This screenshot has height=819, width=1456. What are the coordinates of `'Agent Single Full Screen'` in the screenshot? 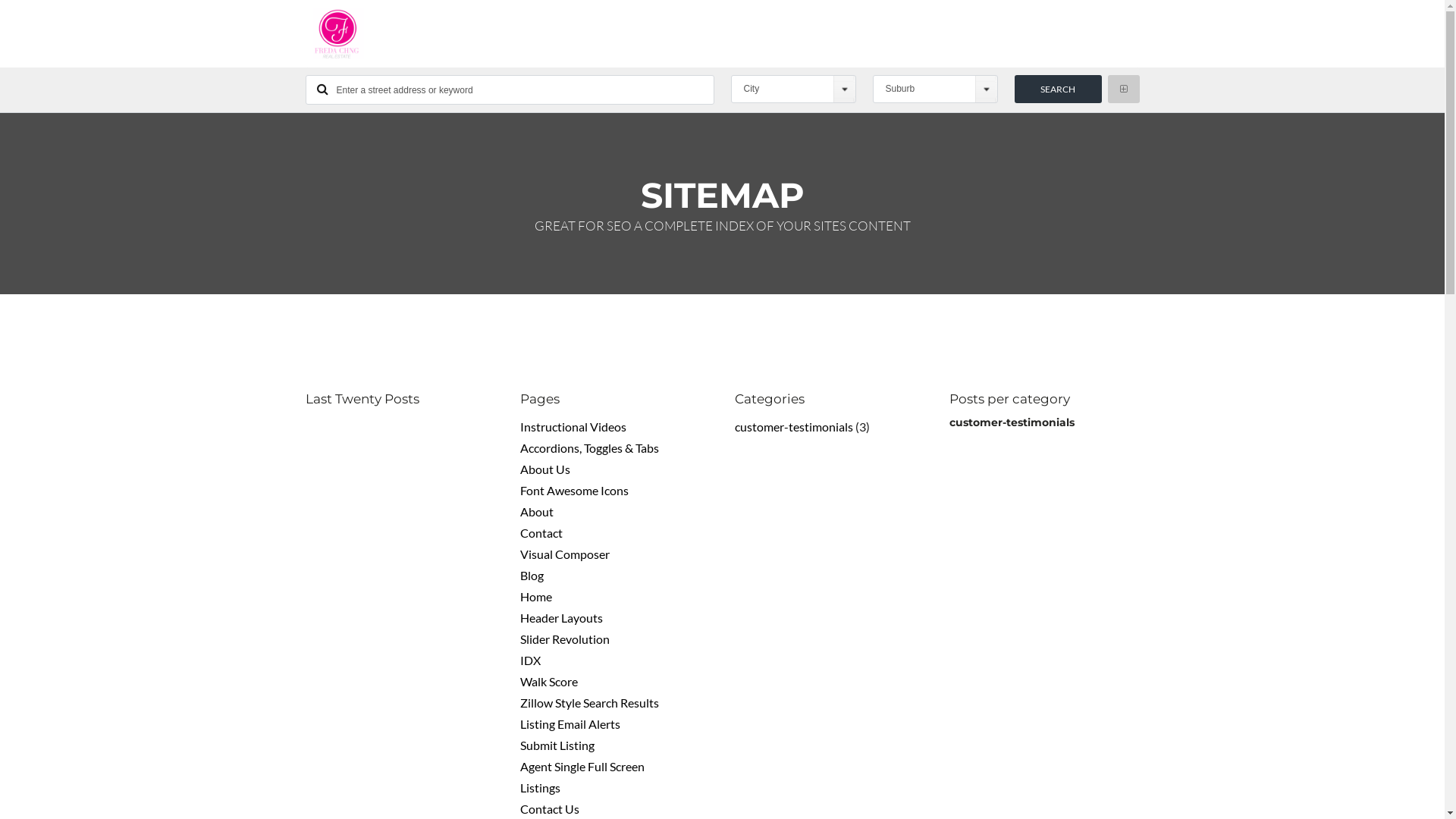 It's located at (520, 766).